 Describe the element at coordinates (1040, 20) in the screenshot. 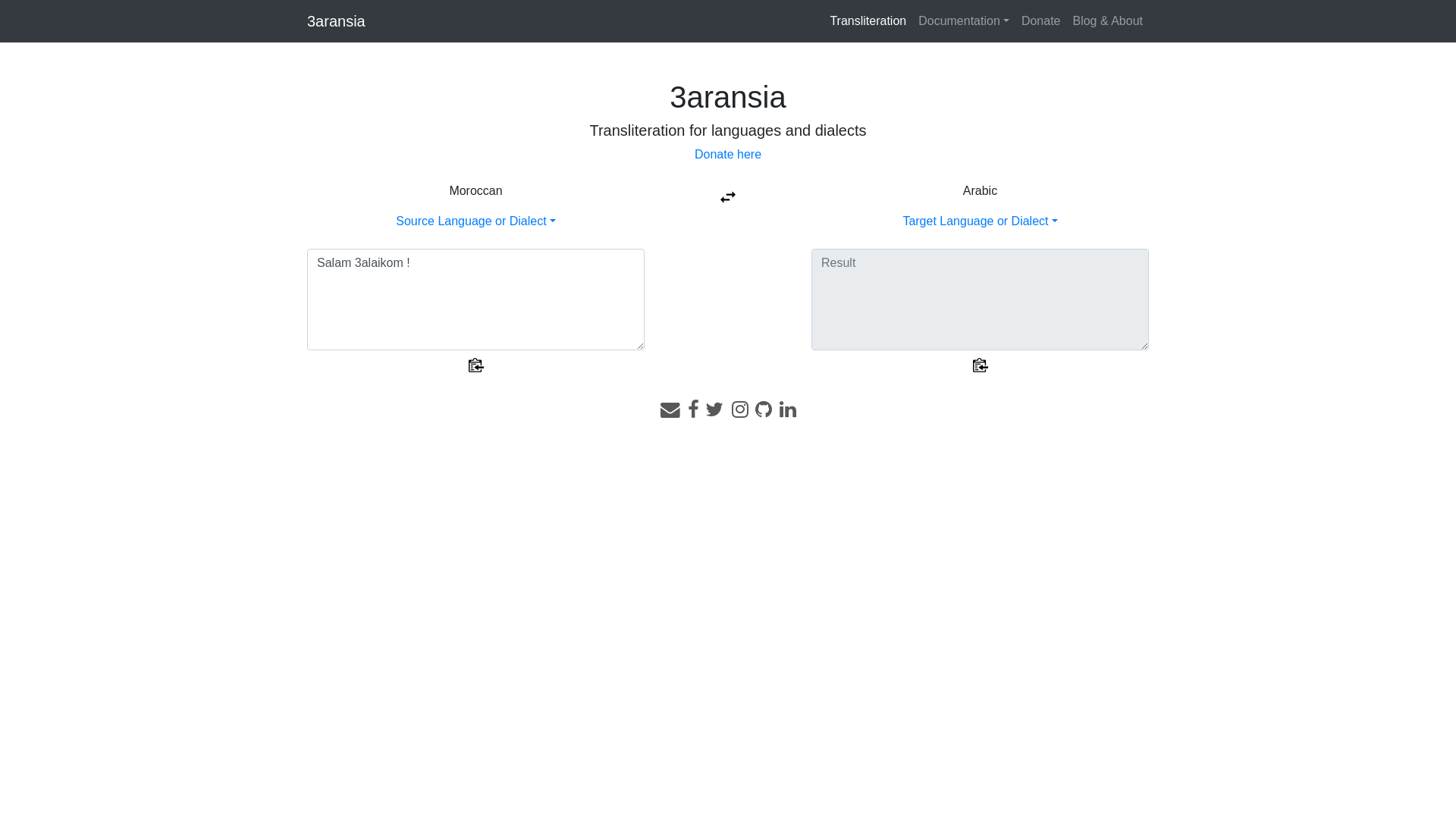

I see `'Donate'` at that location.